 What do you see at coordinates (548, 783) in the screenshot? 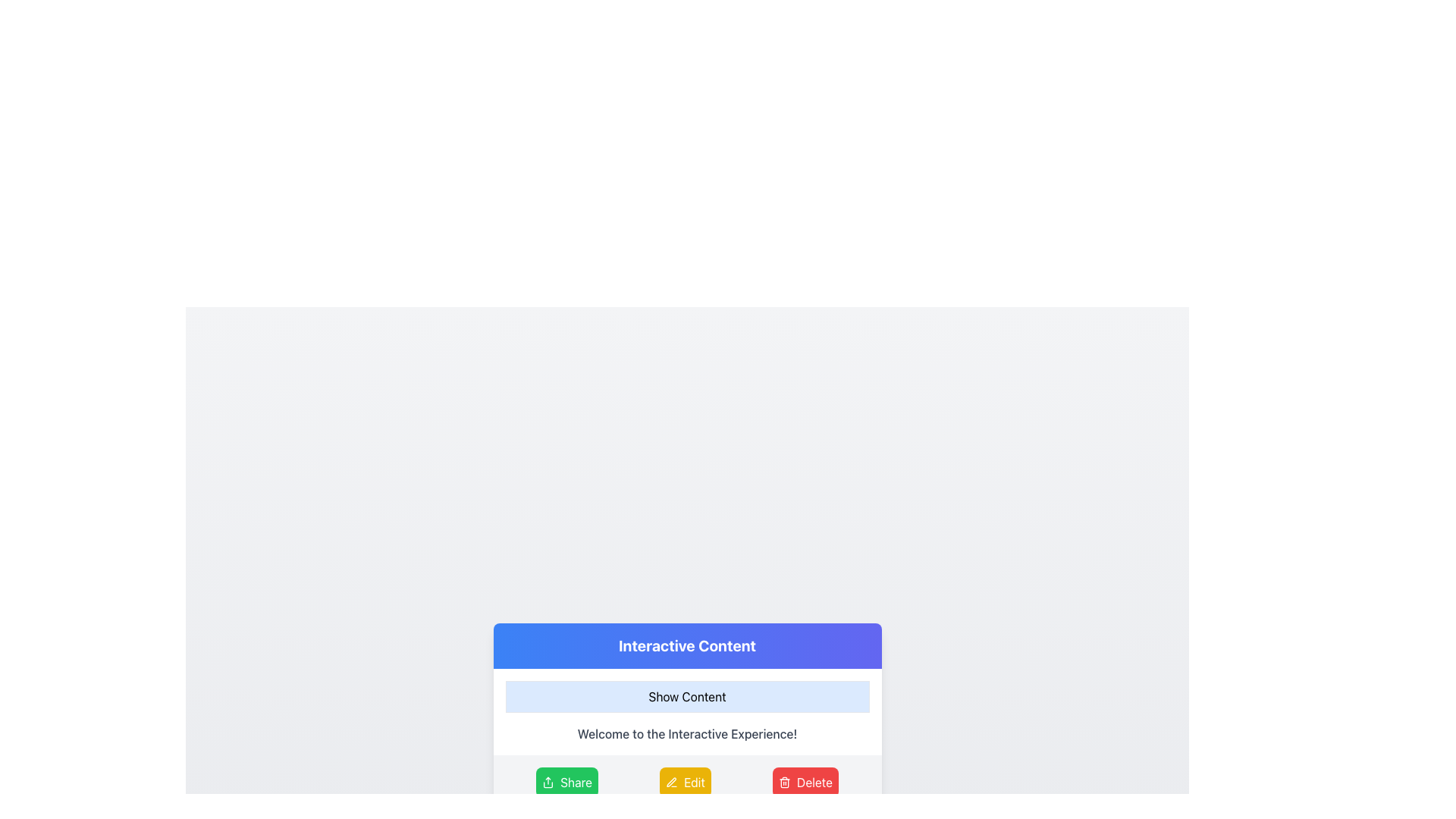
I see `the share icon, which is a small icon outlined in white on a green background, located to the left of the text label 'Share' in the first button among a group of three buttons at the bottom center of the UI` at bounding box center [548, 783].